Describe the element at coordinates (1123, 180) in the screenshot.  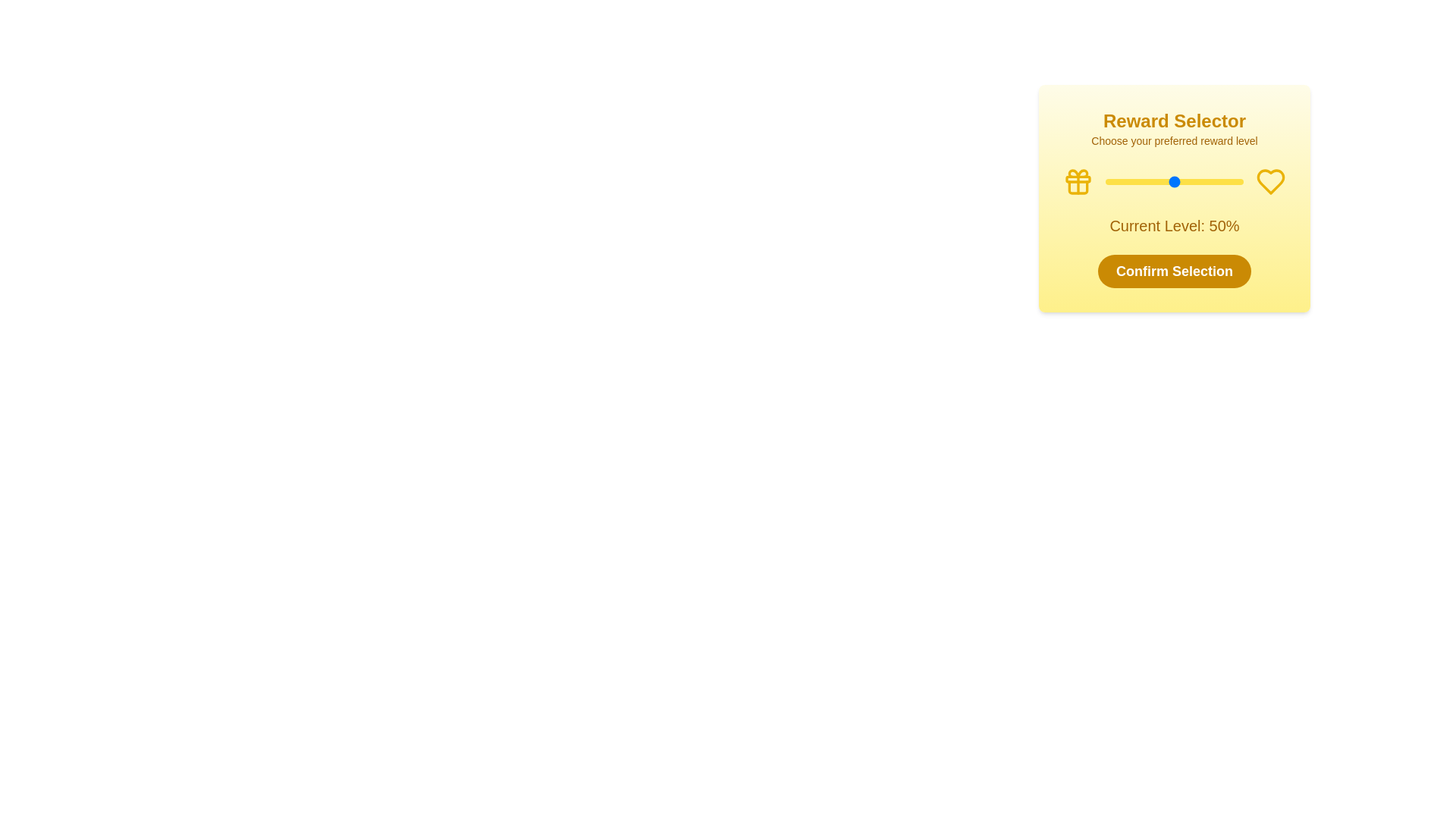
I see `the reward level` at that location.